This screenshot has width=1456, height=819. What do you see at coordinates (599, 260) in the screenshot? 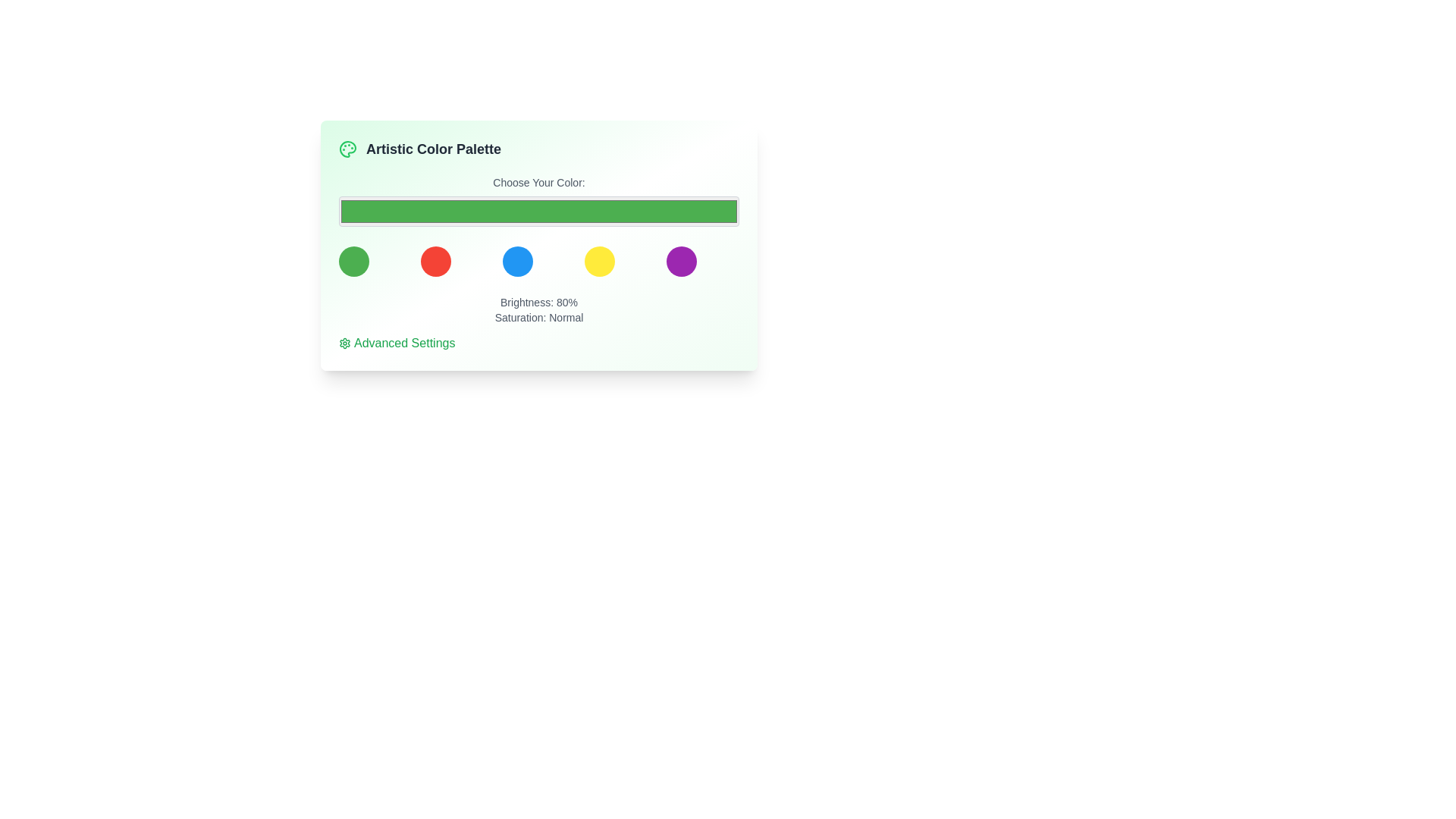
I see `the fourth circular Color picker button with a bright yellow background` at bounding box center [599, 260].